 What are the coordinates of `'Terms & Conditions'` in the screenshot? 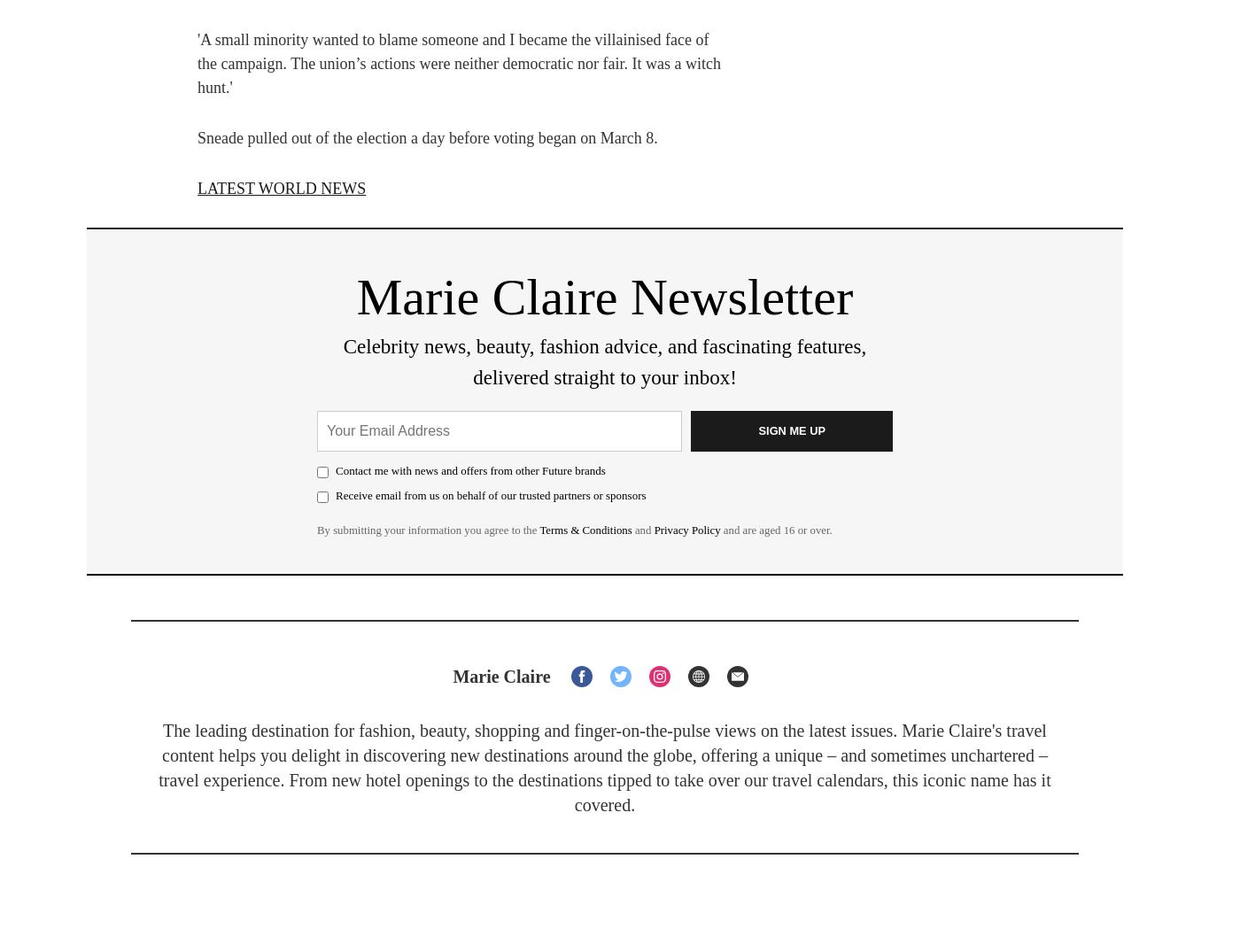 It's located at (585, 529).